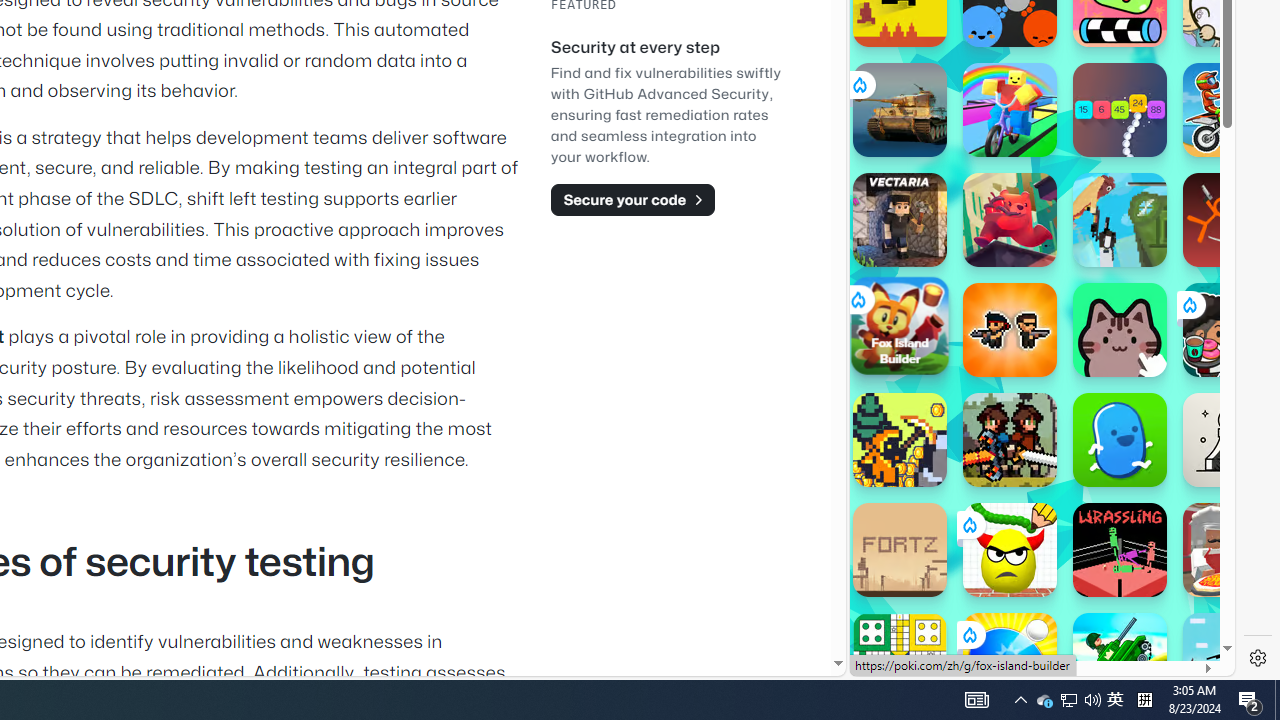 The width and height of the screenshot is (1280, 720). I want to click on 'Island Odyssey: Return of the Sea', so click(898, 438).